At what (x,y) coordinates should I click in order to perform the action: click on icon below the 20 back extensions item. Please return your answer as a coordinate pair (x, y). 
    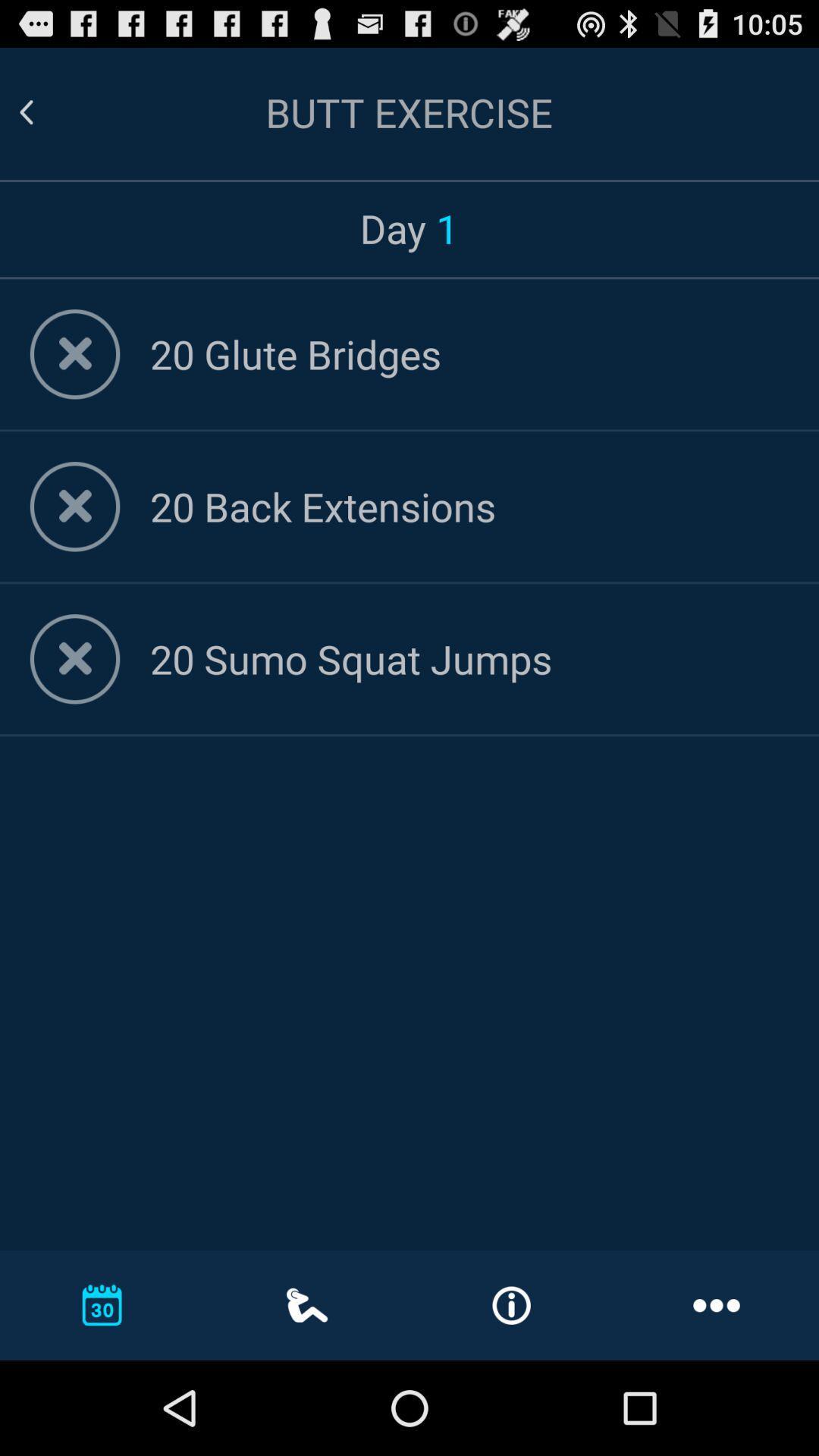
    Looking at the image, I should click on (469, 658).